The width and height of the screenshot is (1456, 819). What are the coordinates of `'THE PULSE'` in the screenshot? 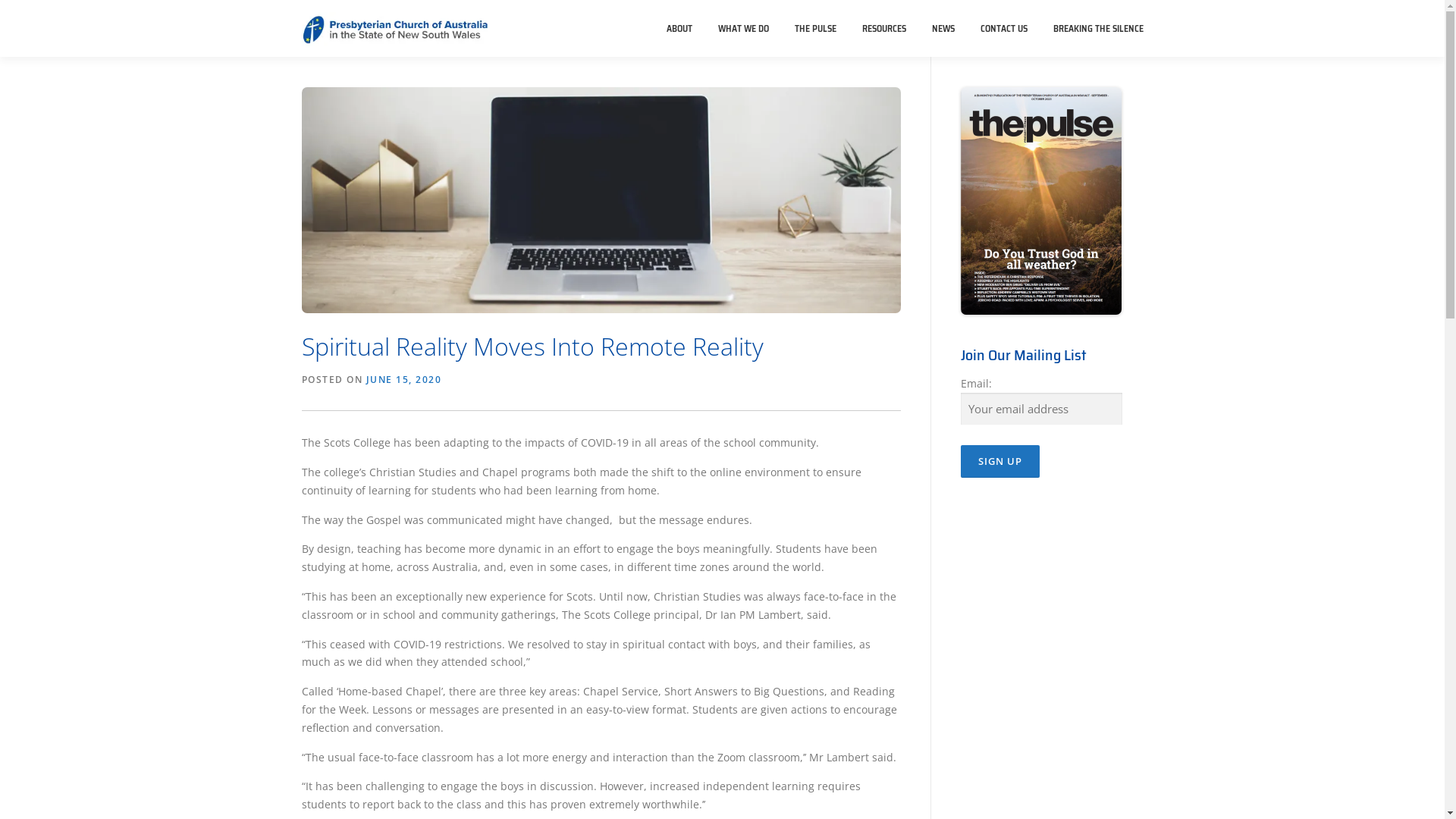 It's located at (814, 28).